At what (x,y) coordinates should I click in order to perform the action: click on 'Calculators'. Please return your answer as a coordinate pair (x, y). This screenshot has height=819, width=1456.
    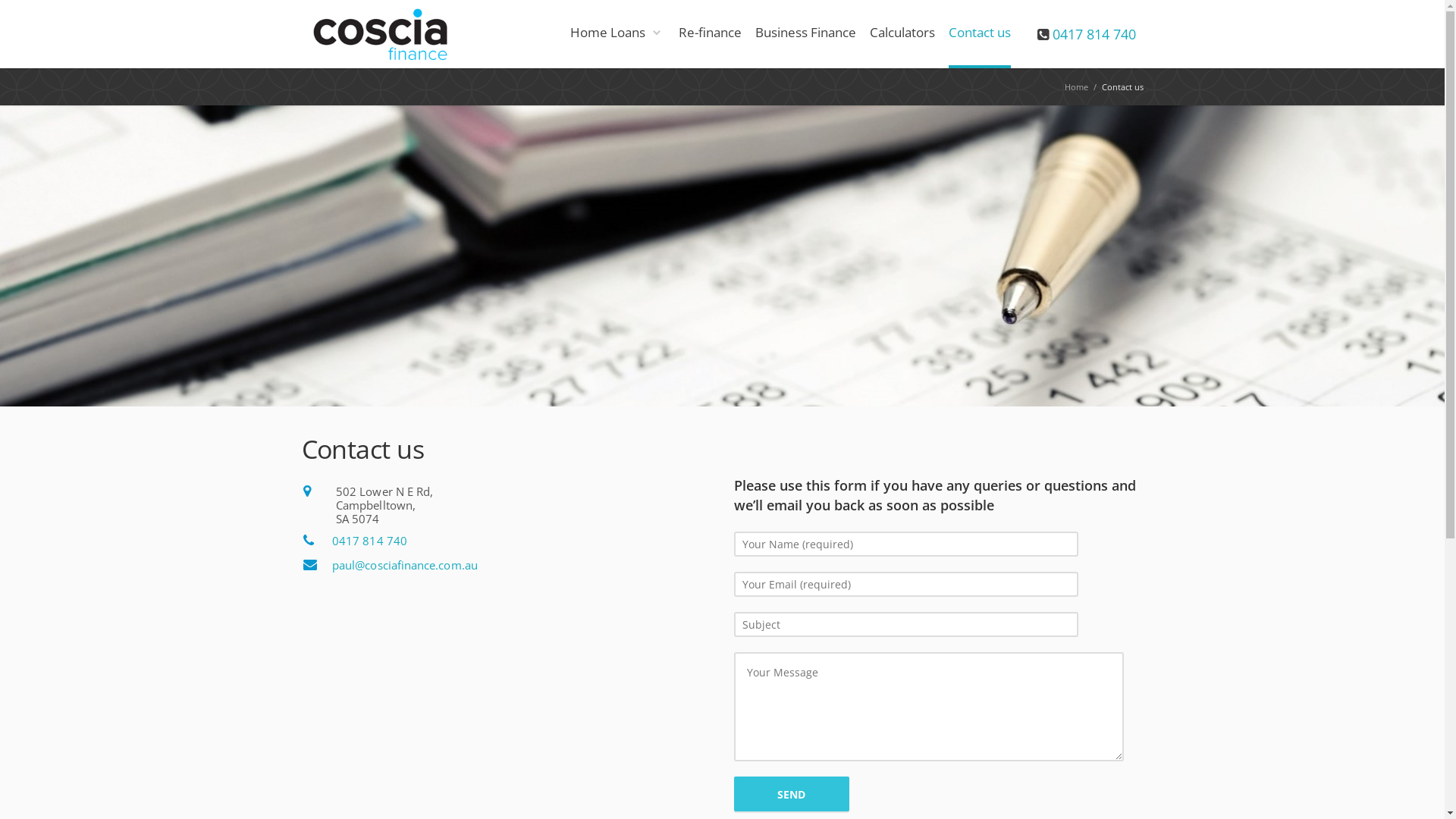
    Looking at the image, I should click on (902, 34).